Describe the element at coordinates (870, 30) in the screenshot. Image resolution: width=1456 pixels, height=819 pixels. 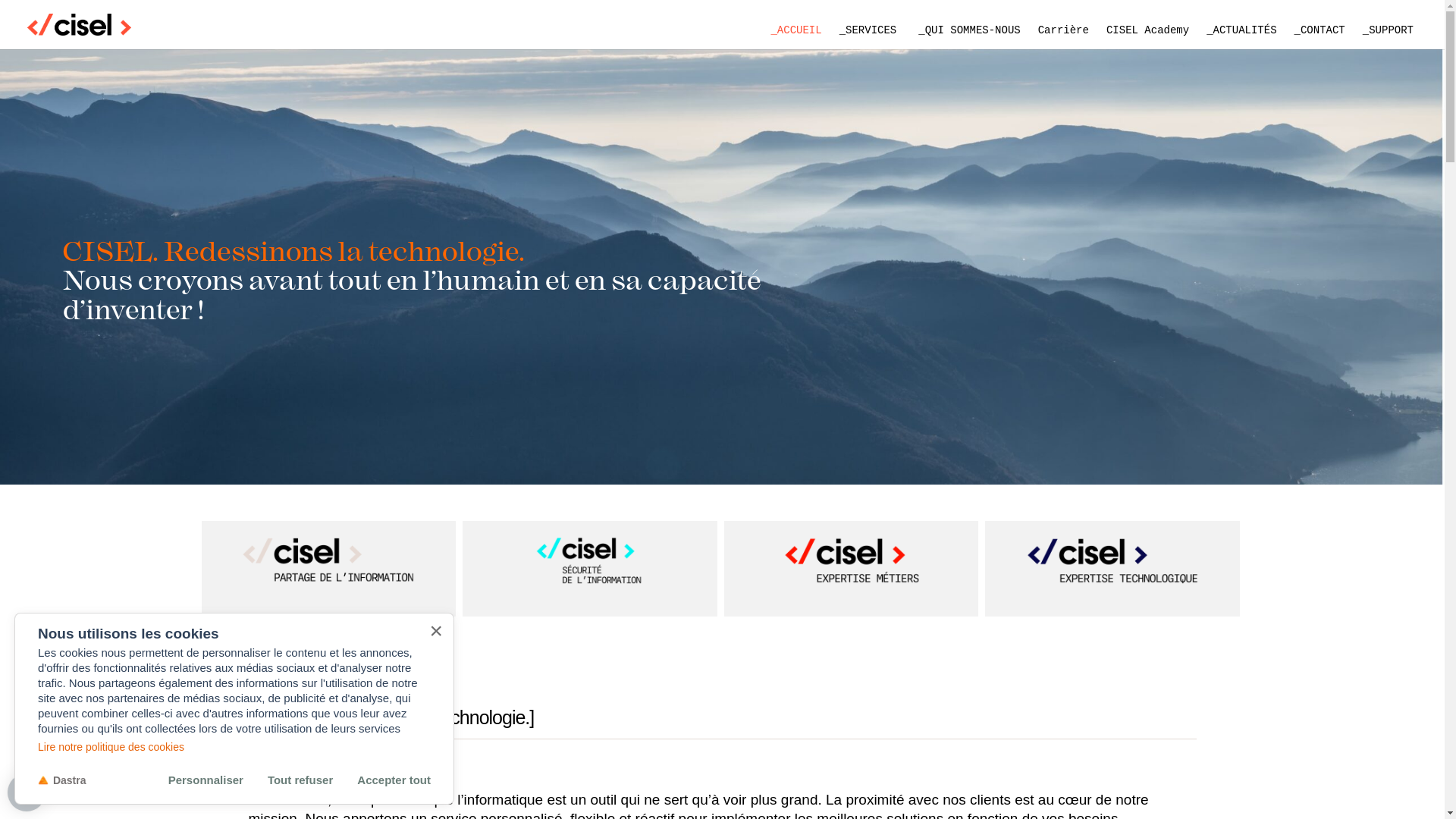
I see `'_SERVICES'` at that location.